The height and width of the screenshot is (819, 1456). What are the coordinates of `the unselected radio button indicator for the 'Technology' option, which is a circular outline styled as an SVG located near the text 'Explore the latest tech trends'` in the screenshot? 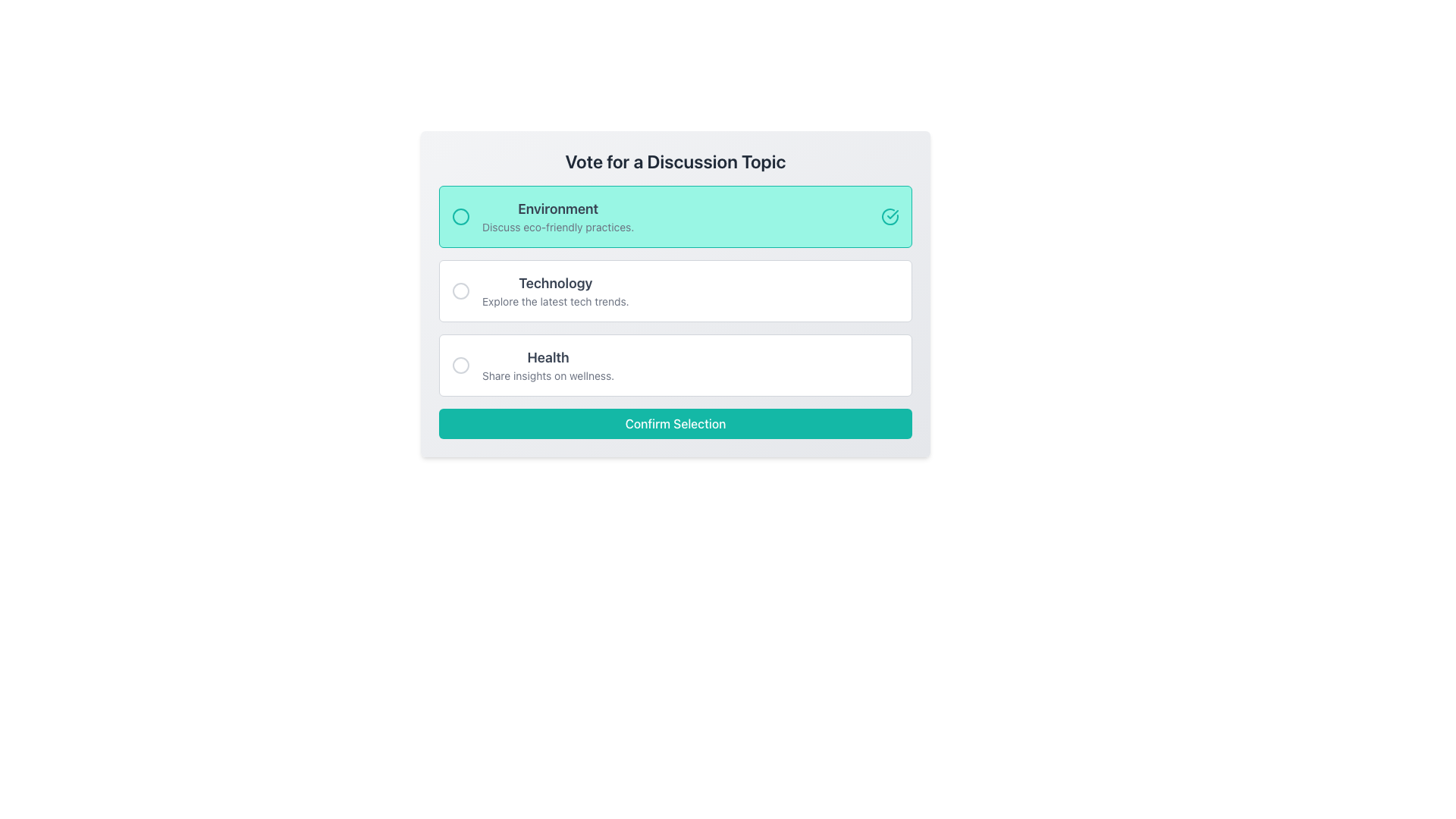 It's located at (460, 291).